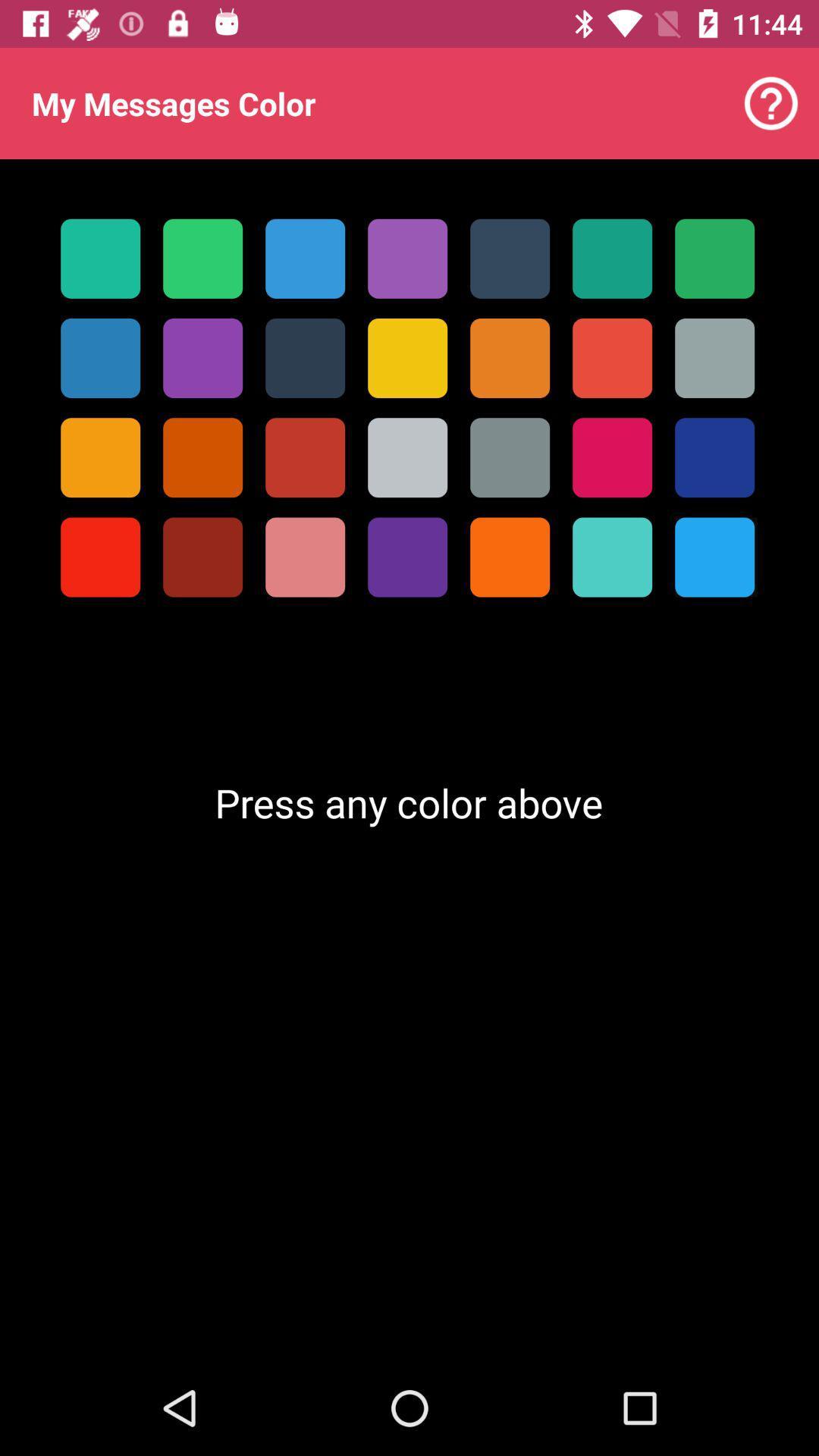  Describe the element at coordinates (305, 357) in the screenshot. I see `the third square box in second row` at that location.